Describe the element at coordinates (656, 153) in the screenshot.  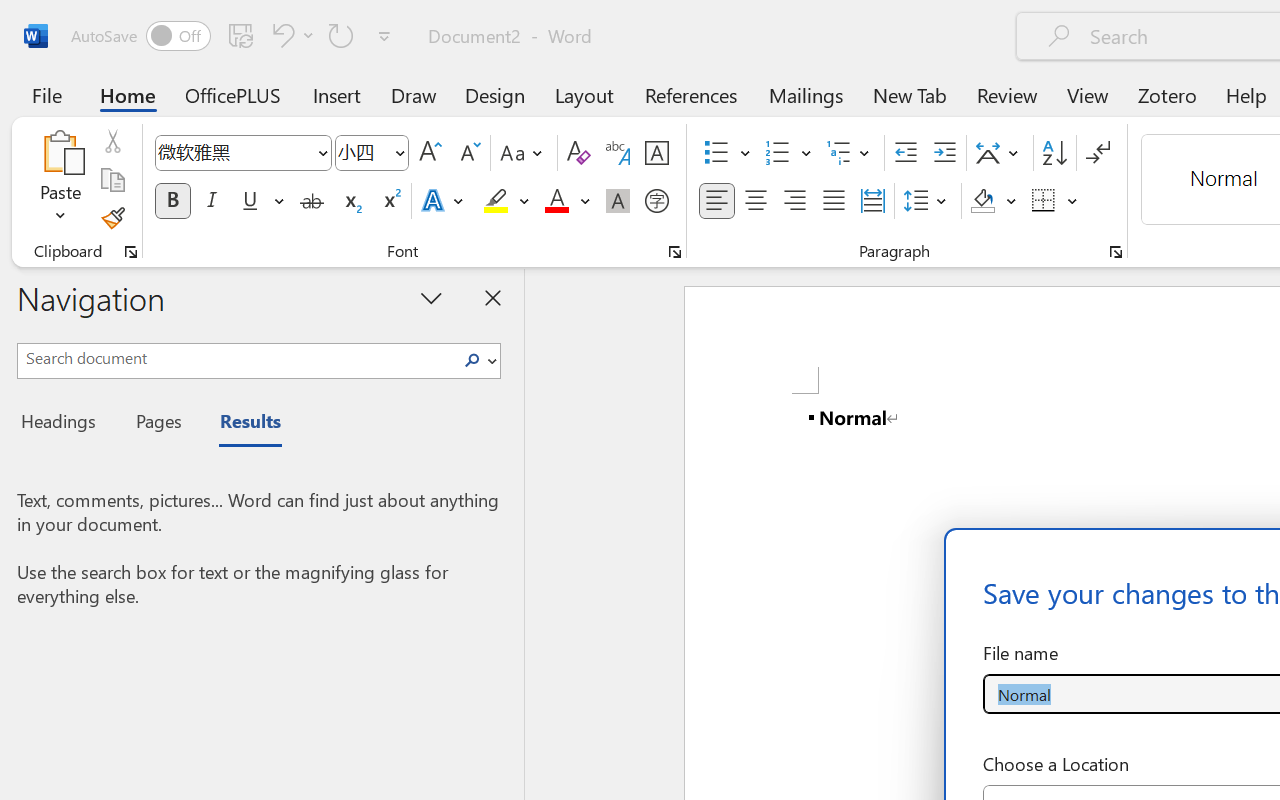
I see `'Character Border'` at that location.